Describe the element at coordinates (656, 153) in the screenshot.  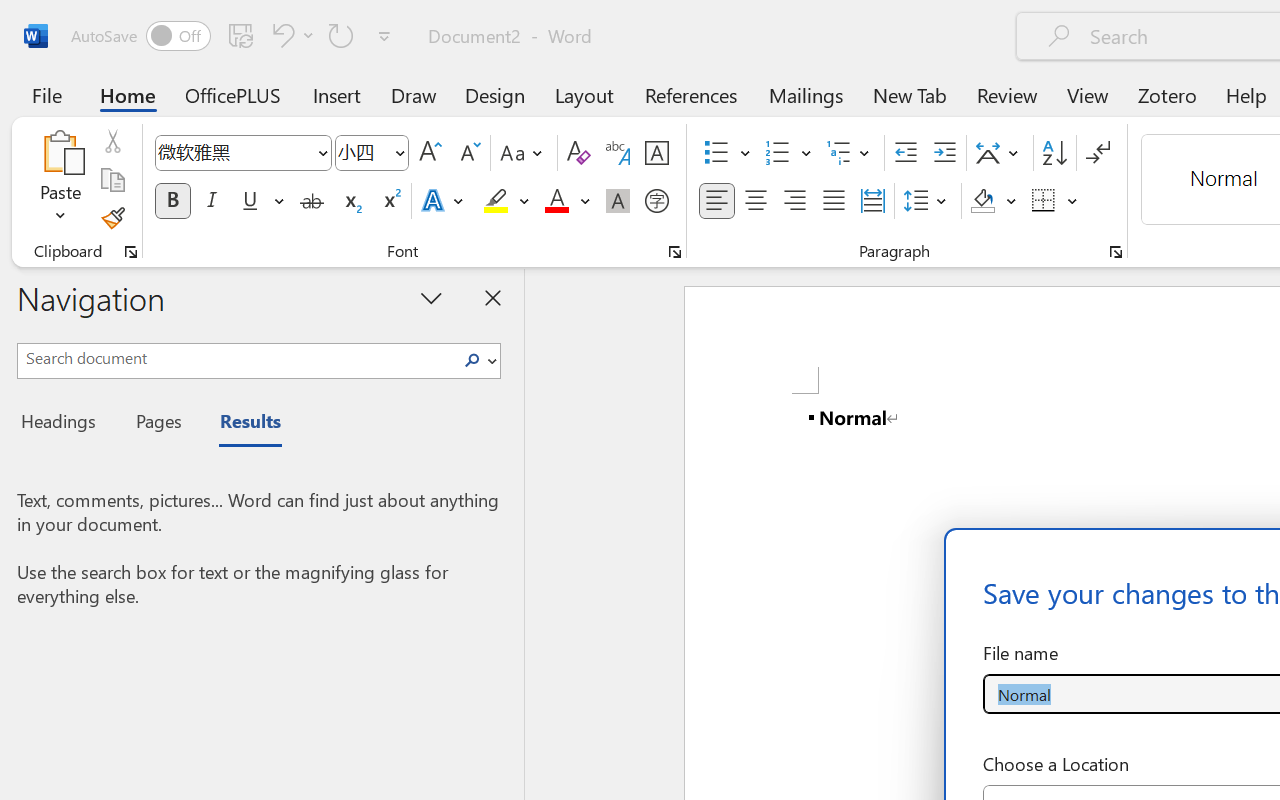
I see `'Character Border'` at that location.